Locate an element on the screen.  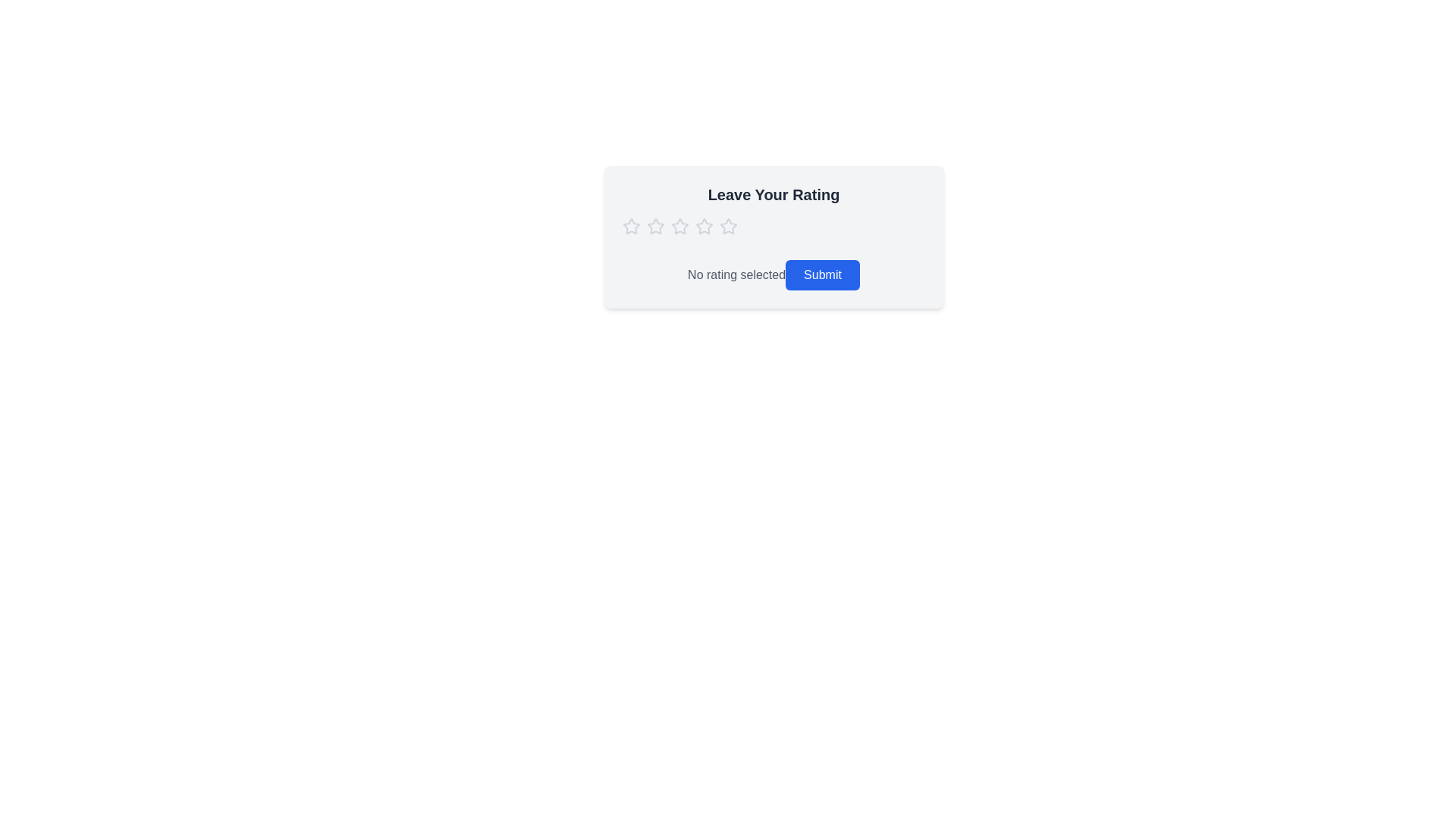
the first star-shaped rating icon is located at coordinates (655, 226).